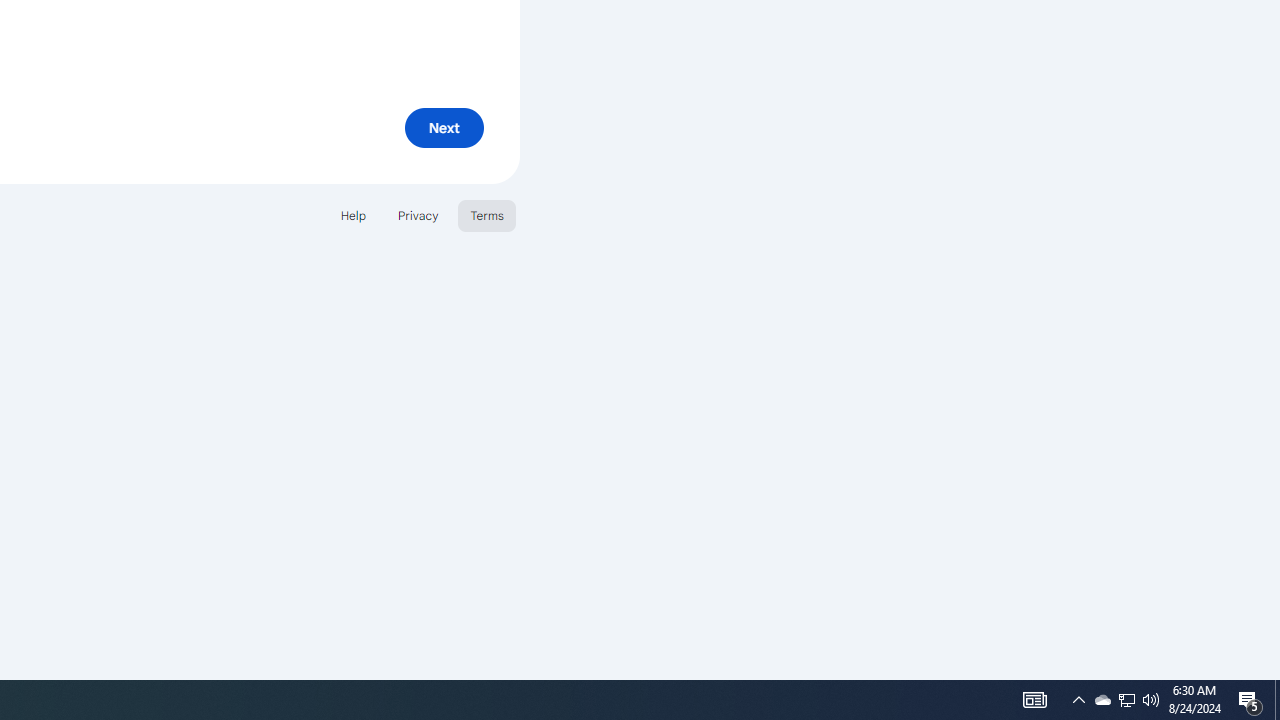  I want to click on 'Privacy', so click(416, 215).